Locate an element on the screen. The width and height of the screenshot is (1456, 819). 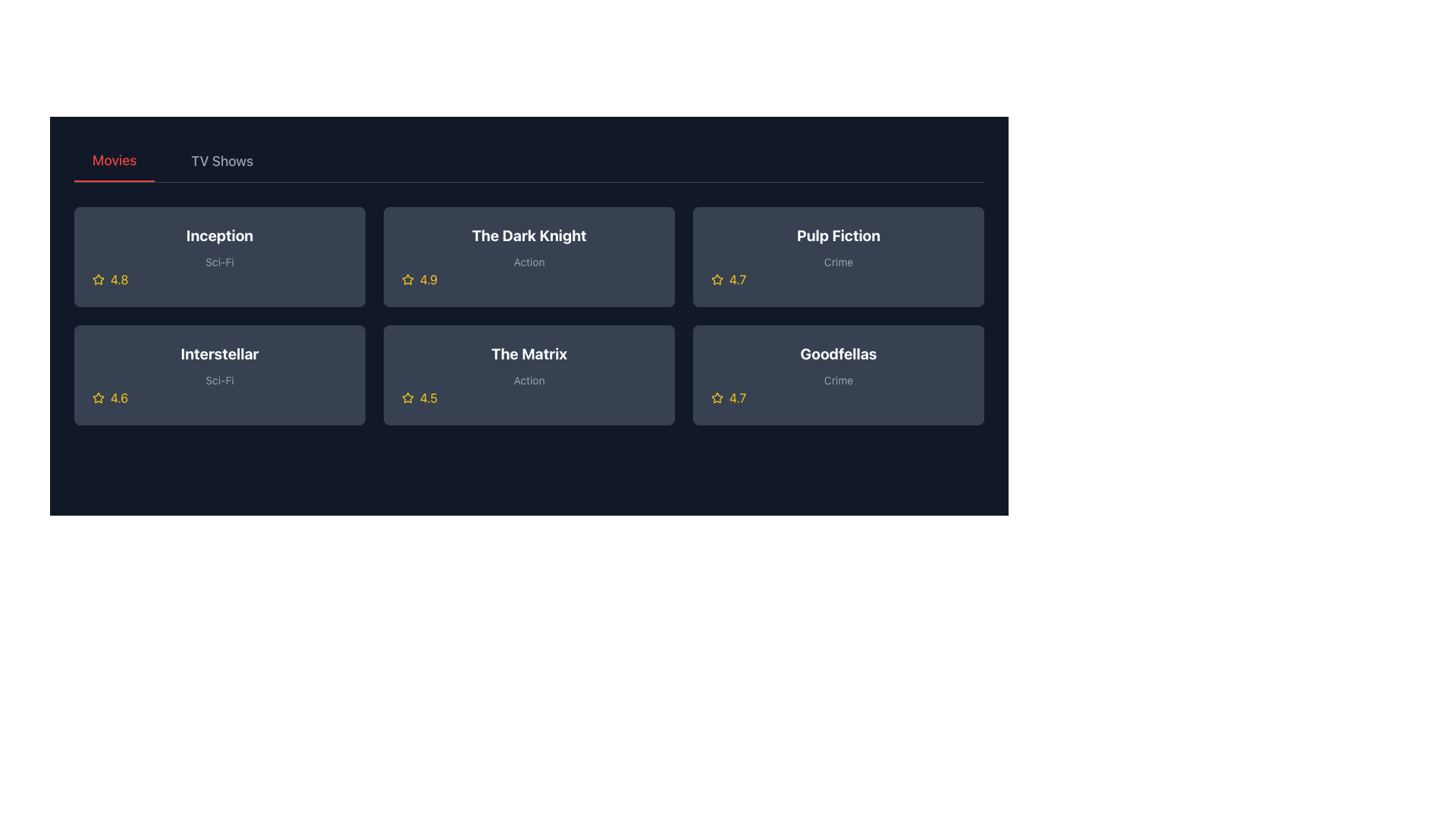
the text block displaying 'Inception' in bold white font and 'Sci-Fi' in smaller gray font, which is located within a dark gray rectangular card in the upper left corner of the grid of cards is located at coordinates (218, 247).